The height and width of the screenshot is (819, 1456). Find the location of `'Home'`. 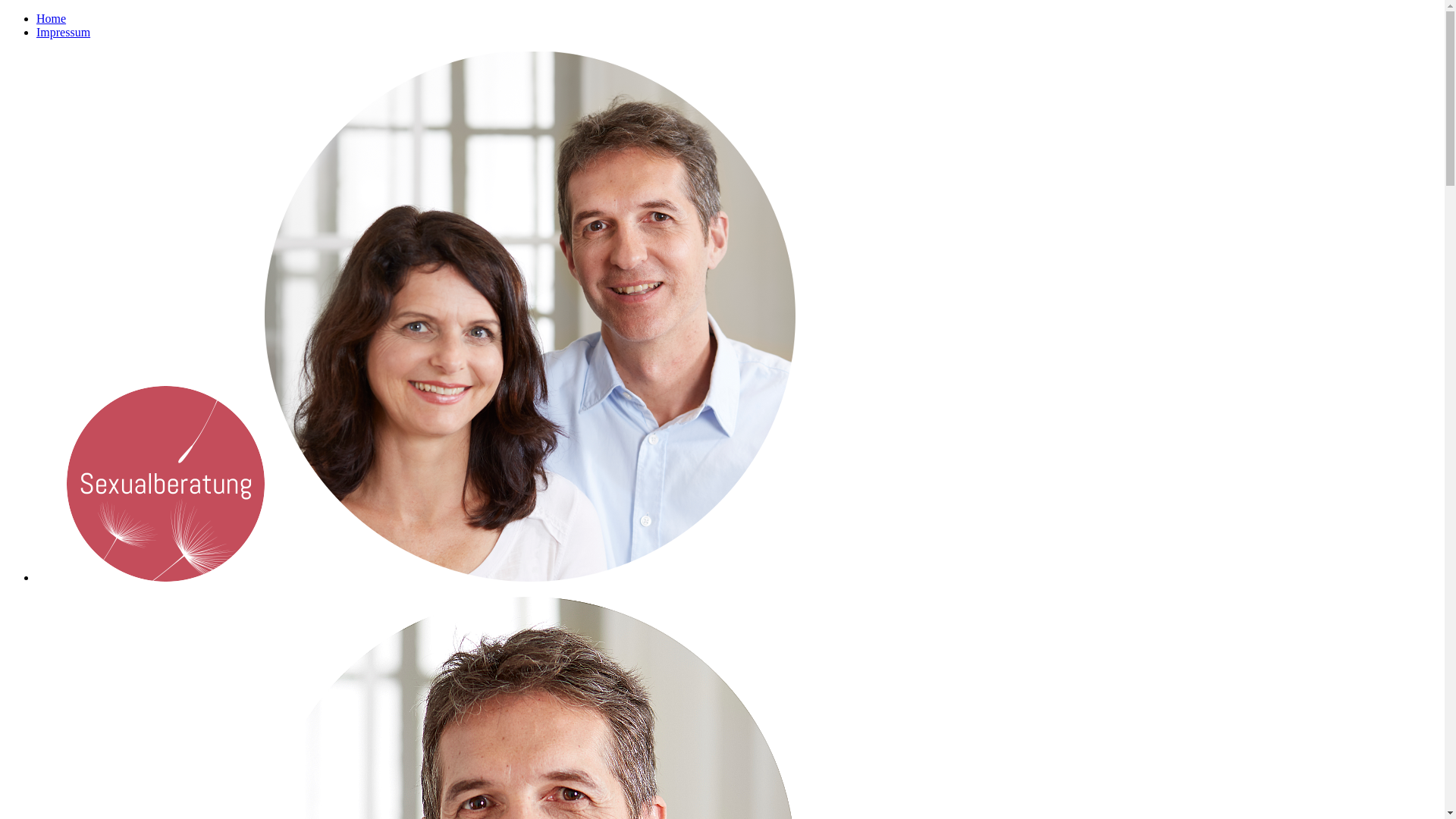

'Home' is located at coordinates (51, 18).